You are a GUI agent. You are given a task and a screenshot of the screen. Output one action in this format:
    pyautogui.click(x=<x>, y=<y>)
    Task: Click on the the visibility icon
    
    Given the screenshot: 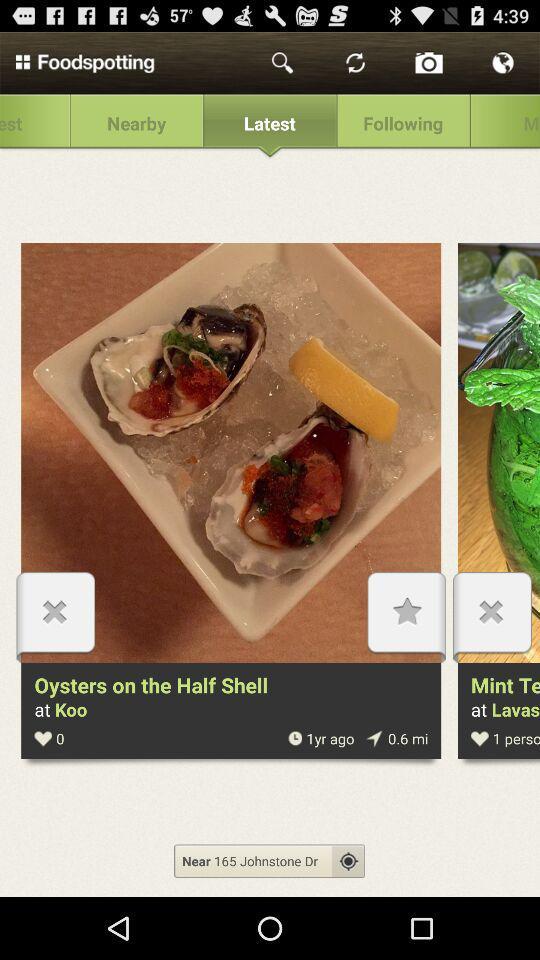 What is the action you would take?
    pyautogui.click(x=347, y=917)
    